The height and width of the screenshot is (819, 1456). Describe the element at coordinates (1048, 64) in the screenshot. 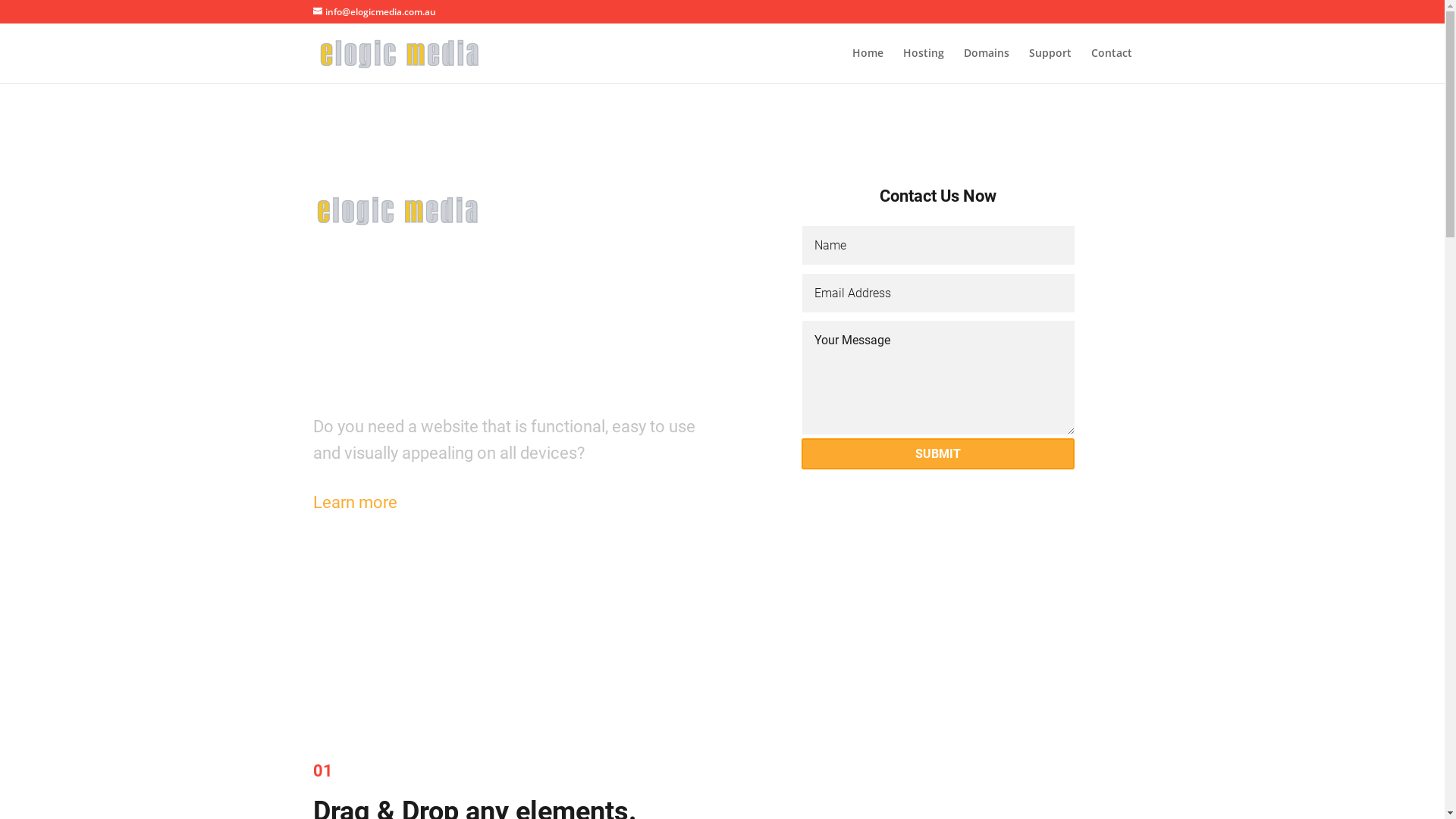

I see `'Support'` at that location.